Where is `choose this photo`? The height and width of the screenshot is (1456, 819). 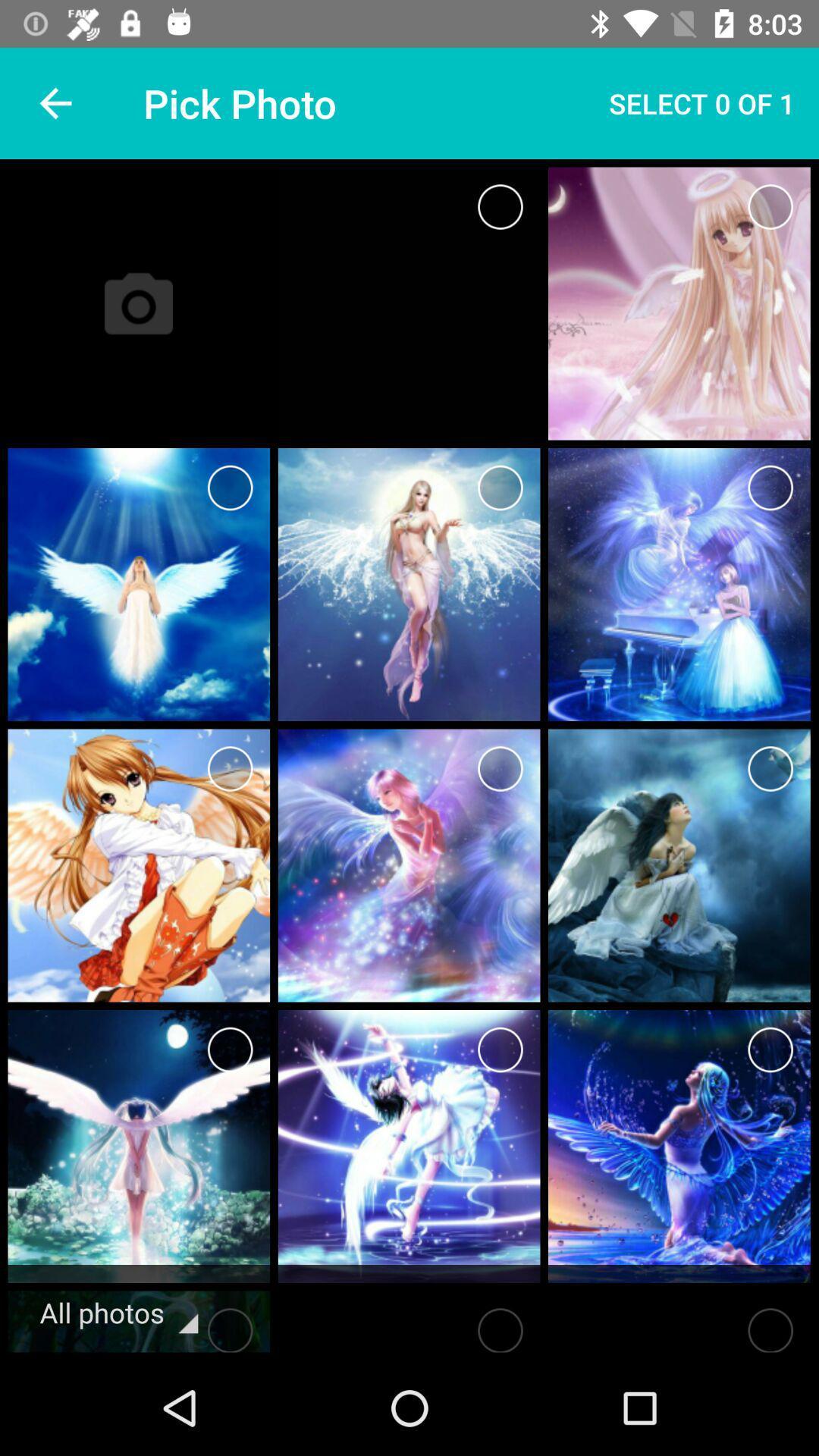
choose this photo is located at coordinates (230, 768).